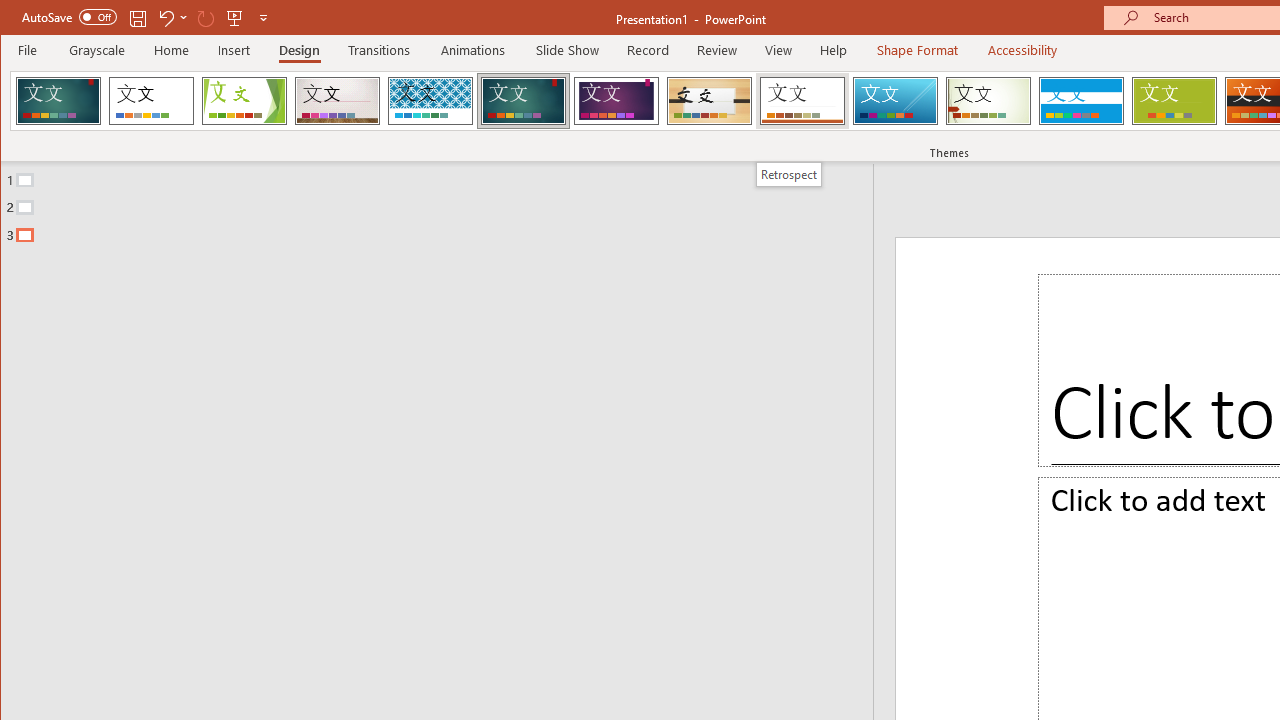 This screenshot has width=1280, height=720. What do you see at coordinates (96, 49) in the screenshot?
I see `'Grayscale'` at bounding box center [96, 49].